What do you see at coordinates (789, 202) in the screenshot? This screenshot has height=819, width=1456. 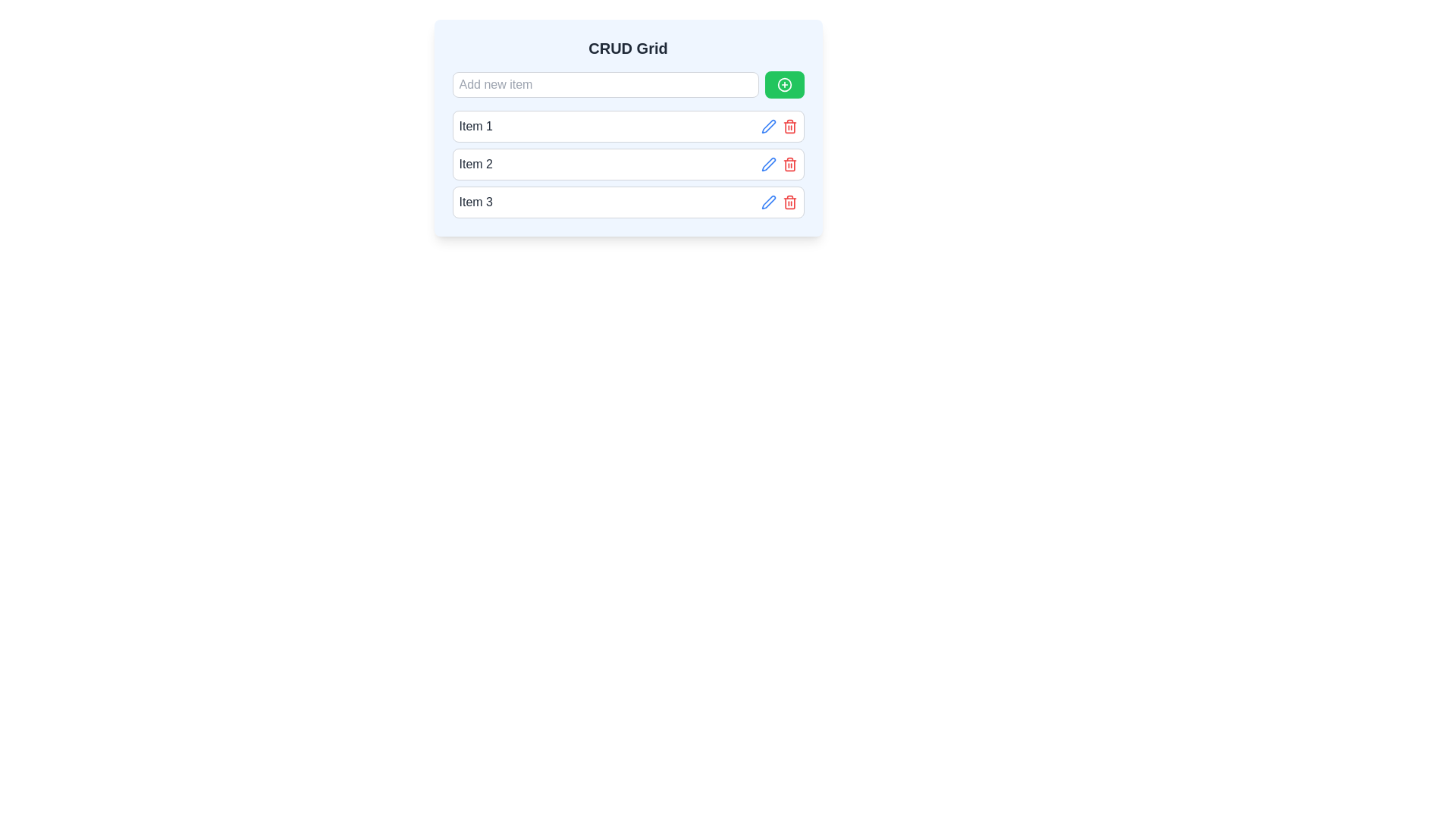 I see `the trash can icon, which features a vertical line component as part of its design` at bounding box center [789, 202].